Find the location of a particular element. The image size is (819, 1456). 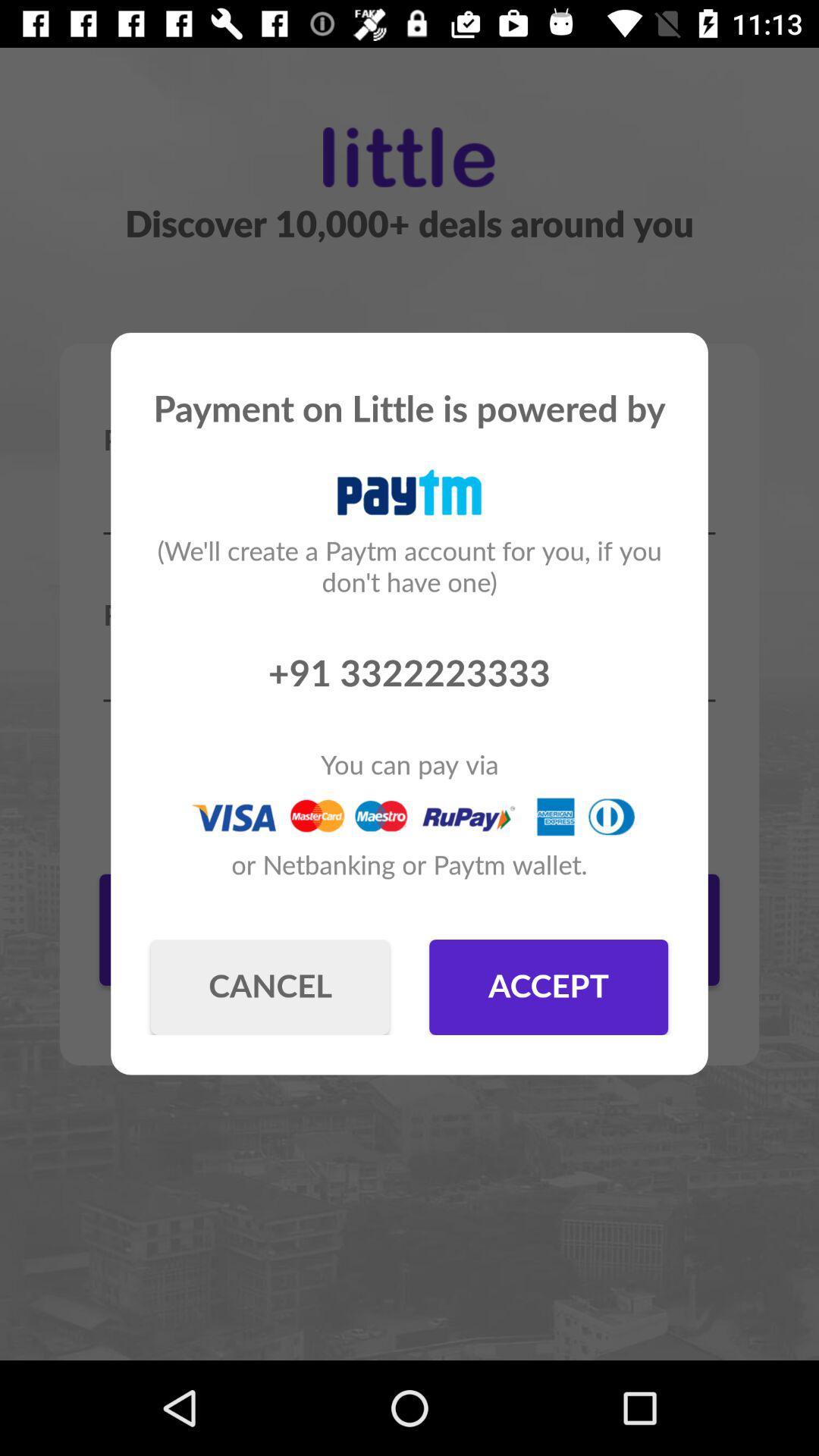

the icon below the or netbanking or app is located at coordinates (269, 987).